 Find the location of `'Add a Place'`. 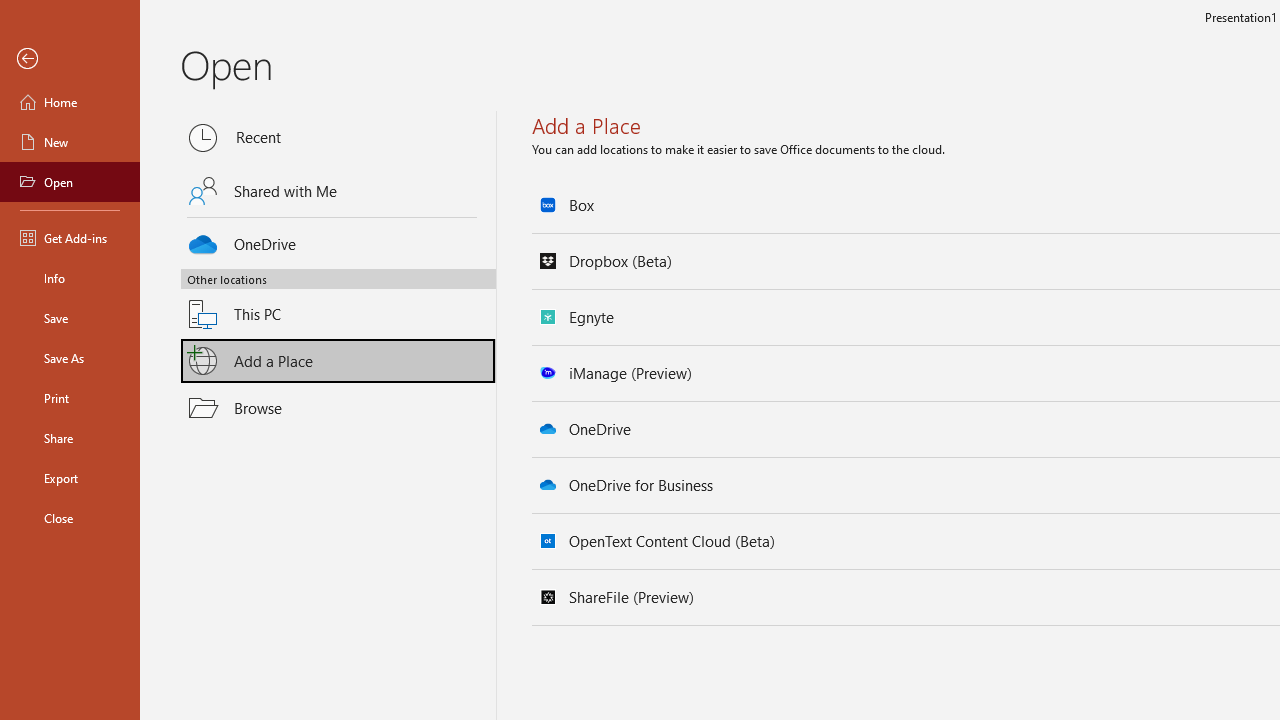

'Add a Place' is located at coordinates (338, 361).